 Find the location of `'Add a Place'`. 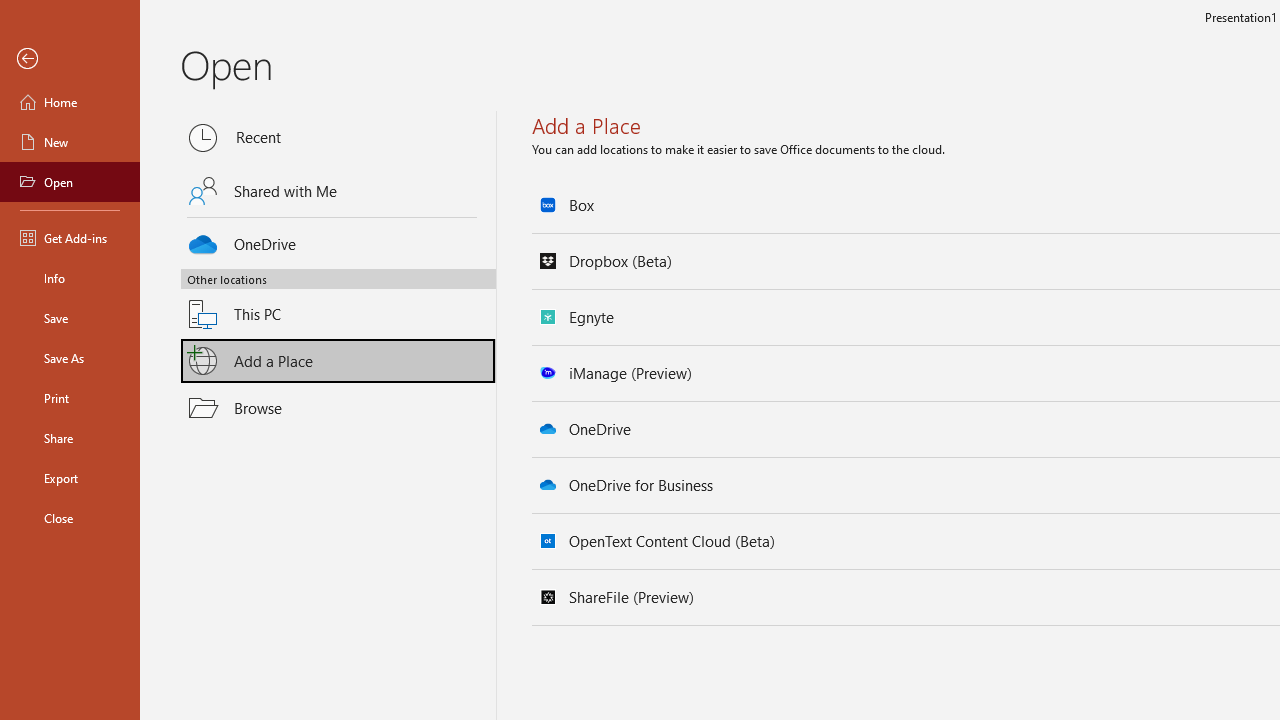

'Add a Place' is located at coordinates (338, 361).